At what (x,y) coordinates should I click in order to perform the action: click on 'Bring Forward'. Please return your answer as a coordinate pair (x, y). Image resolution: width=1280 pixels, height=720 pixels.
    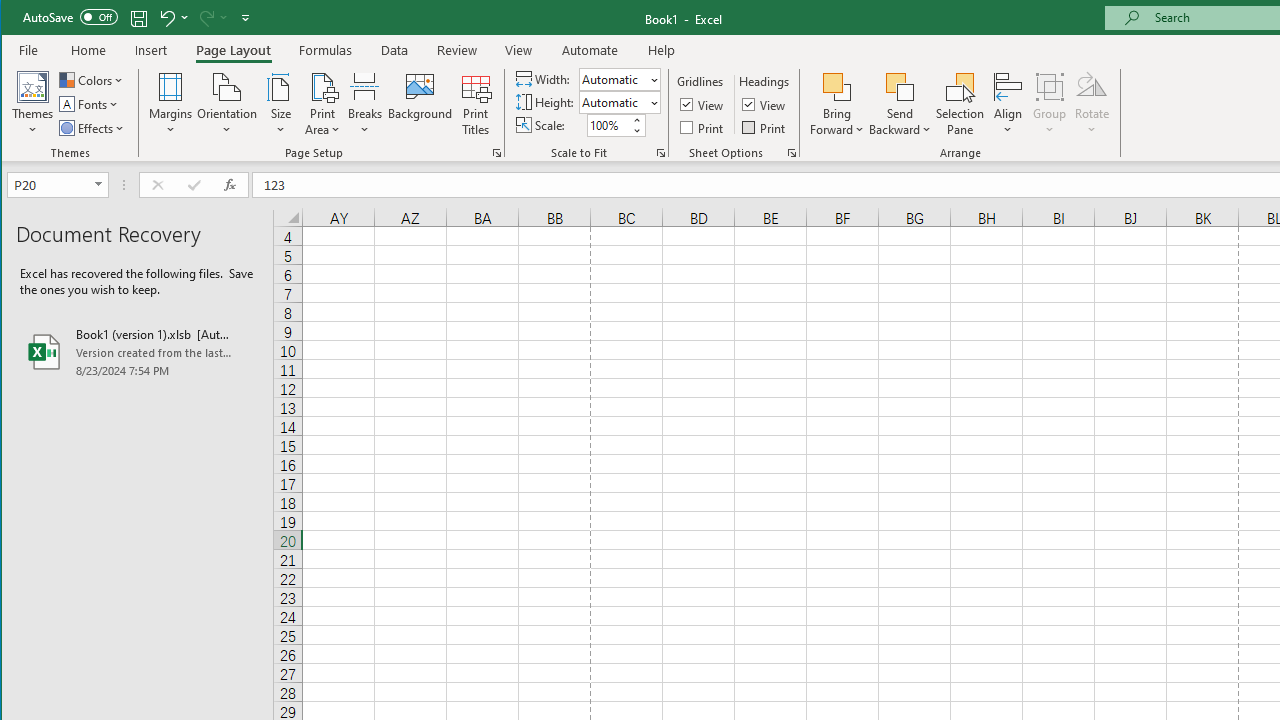
    Looking at the image, I should click on (837, 104).